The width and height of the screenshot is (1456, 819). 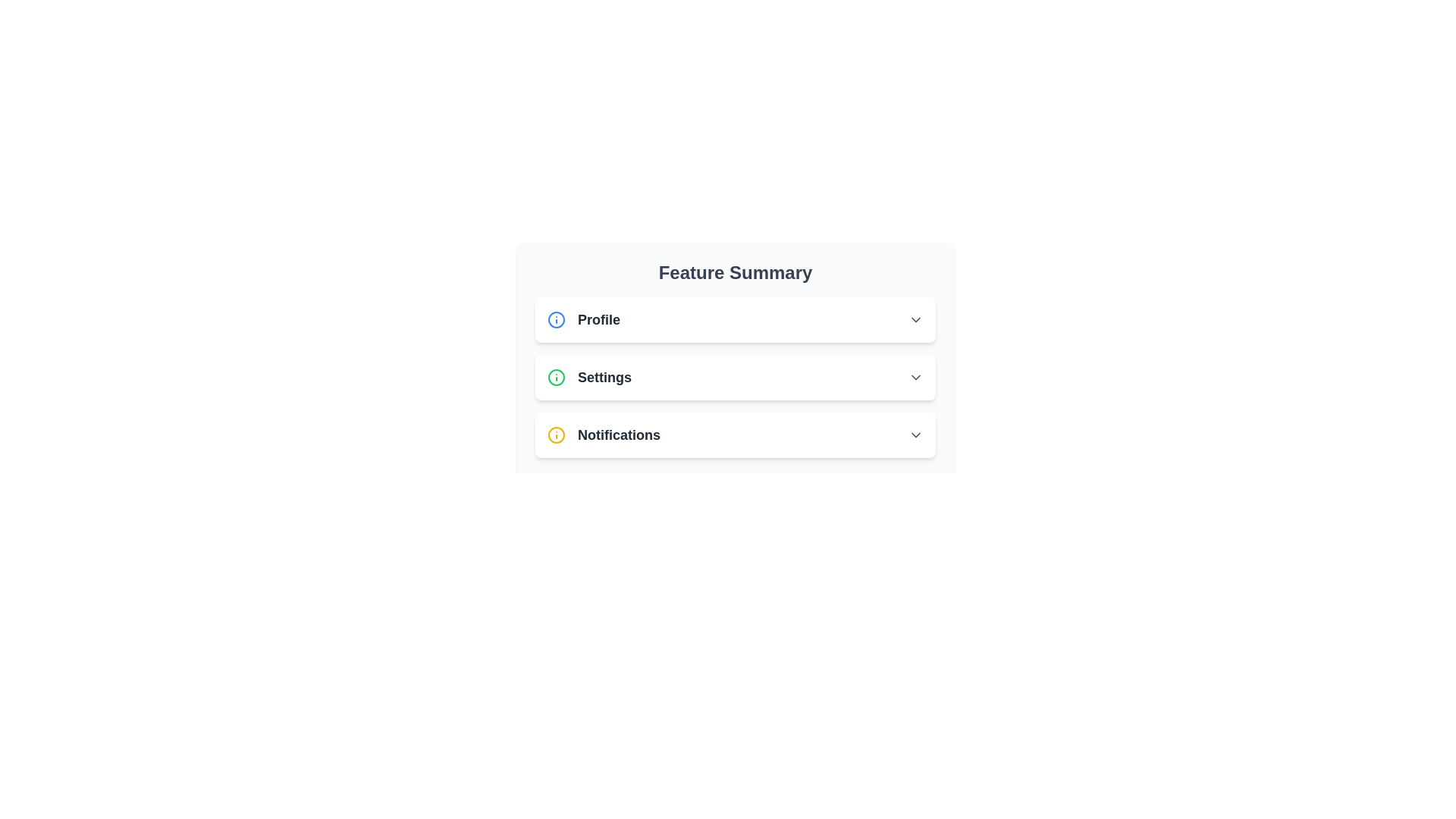 I want to click on the downward-pointing gray chevron icon to the right of the 'Settings' text in the 'Feature Summary' list, so click(x=915, y=376).